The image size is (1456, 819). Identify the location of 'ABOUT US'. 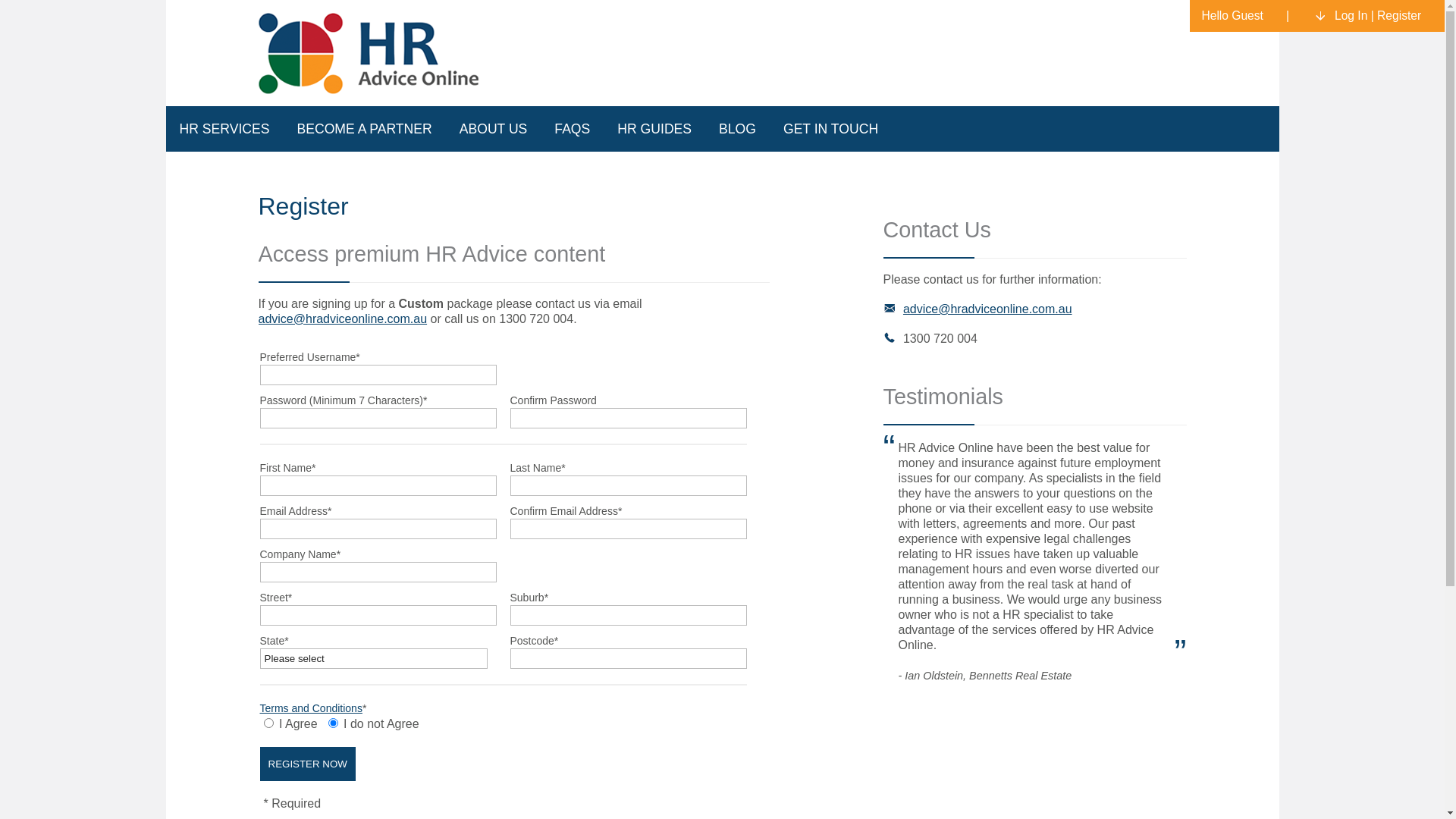
(445, 127).